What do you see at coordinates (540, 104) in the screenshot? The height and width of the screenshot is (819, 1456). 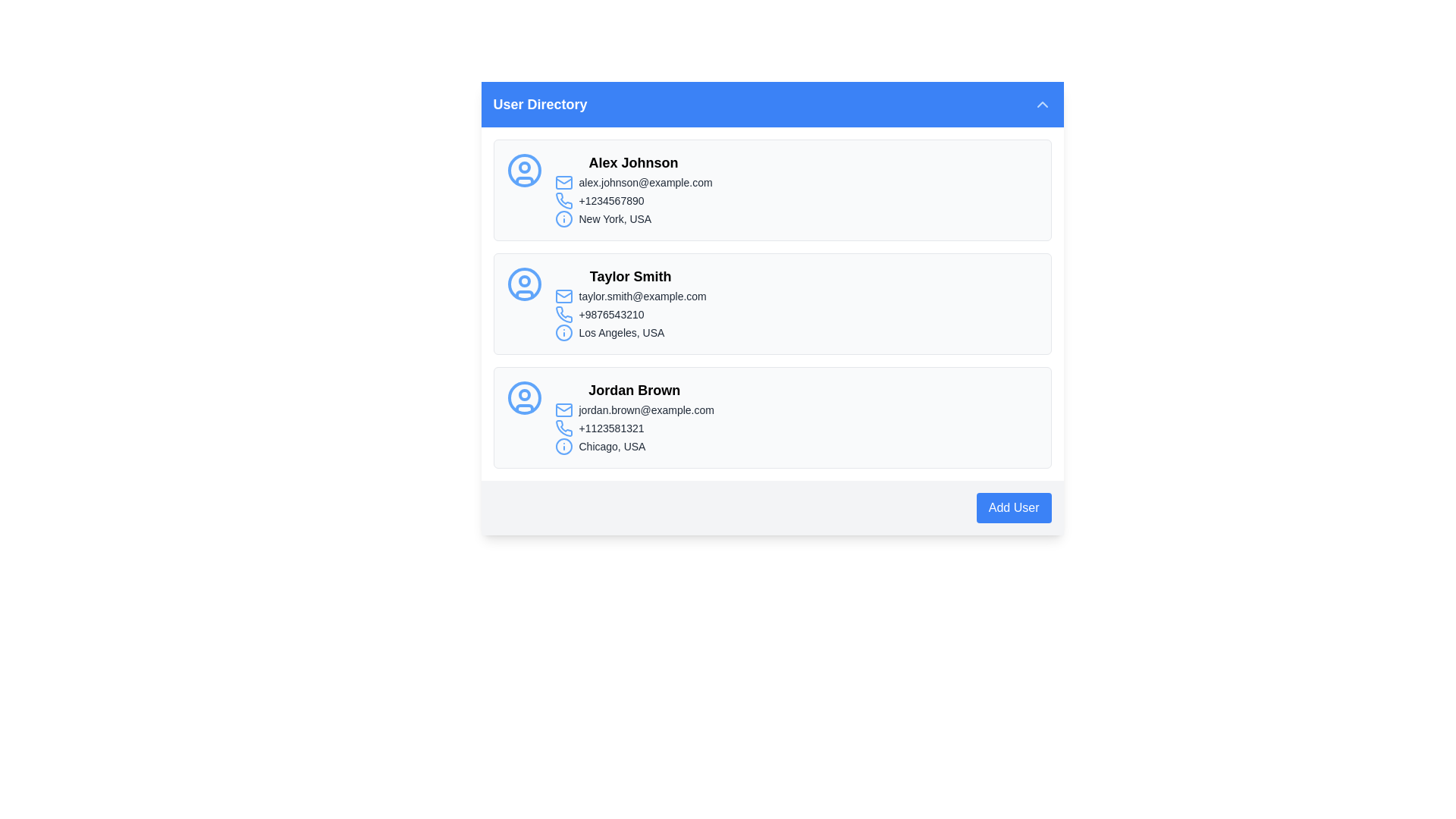 I see `the bold, large-sized text label 'User Directory' styled in white font against a blue background, located at the far left of the header bar` at bounding box center [540, 104].